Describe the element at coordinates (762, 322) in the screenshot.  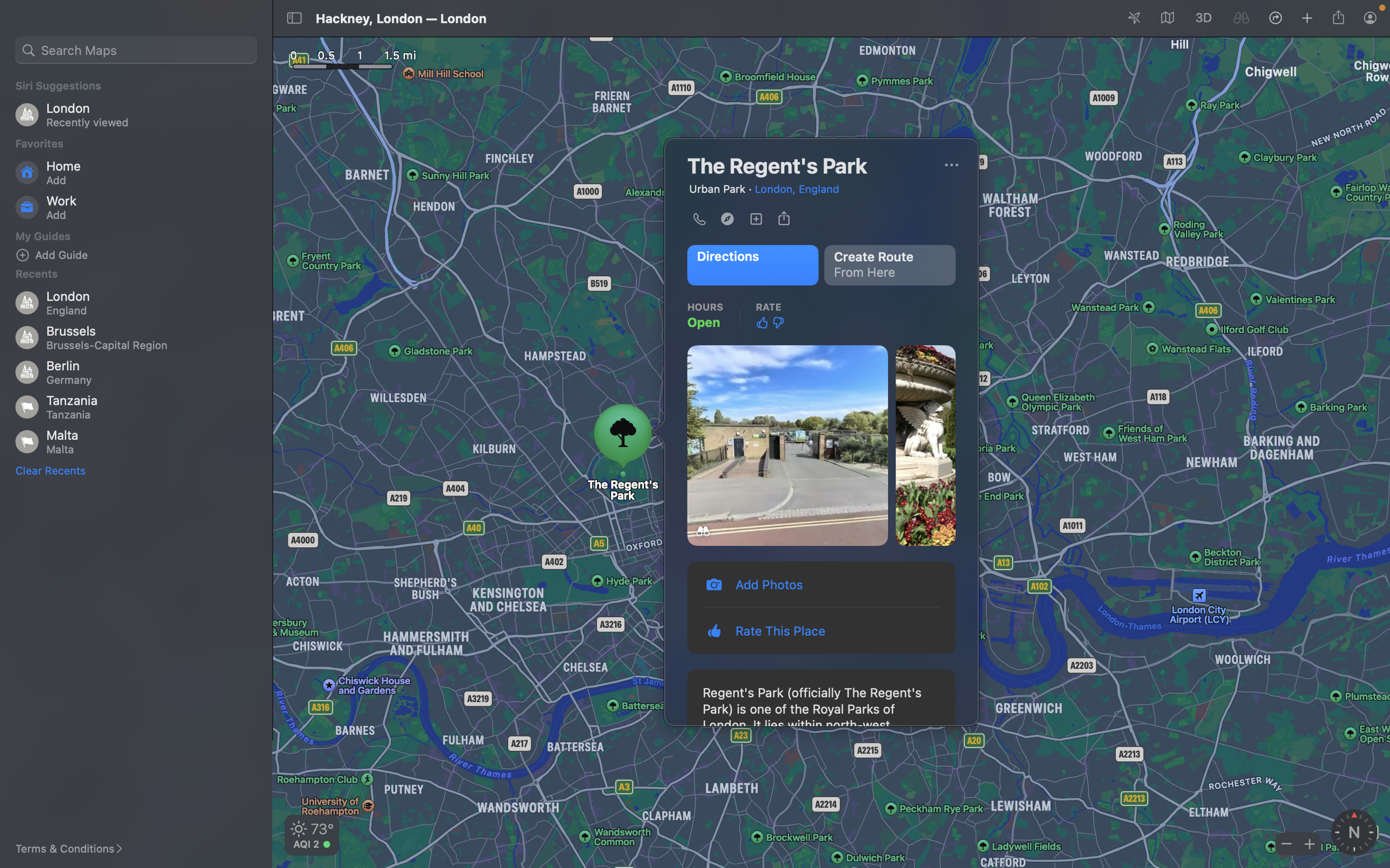
I see `Show your liking for the place by hitting the like button` at that location.